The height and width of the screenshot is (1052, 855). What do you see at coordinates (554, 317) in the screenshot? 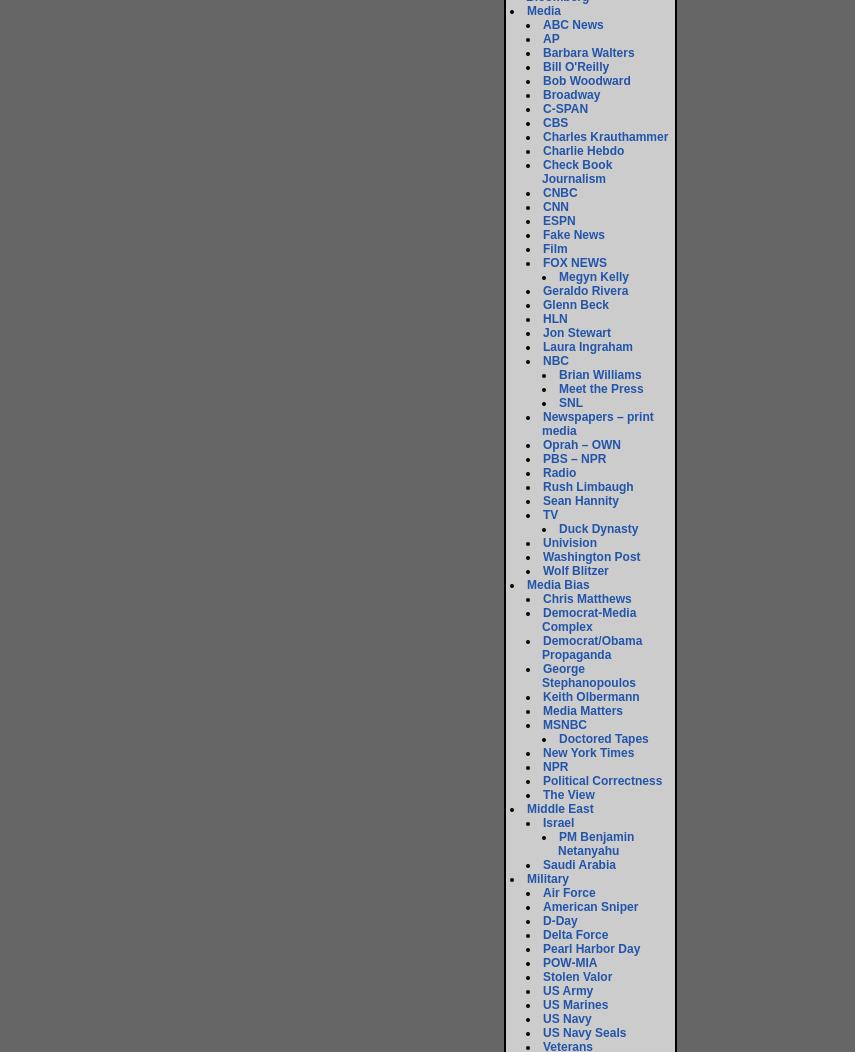
I see `'HLN'` at bounding box center [554, 317].